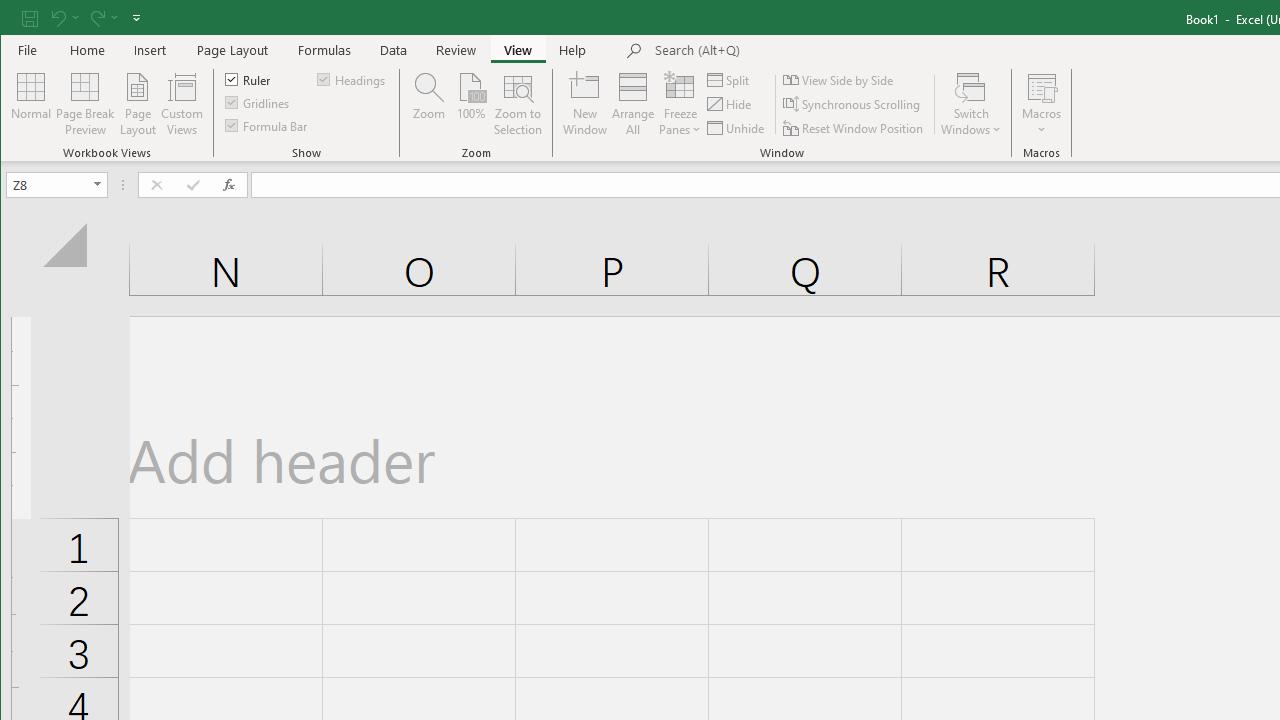 The width and height of the screenshot is (1280, 720). Describe the element at coordinates (247, 78) in the screenshot. I see `'Ruler'` at that location.